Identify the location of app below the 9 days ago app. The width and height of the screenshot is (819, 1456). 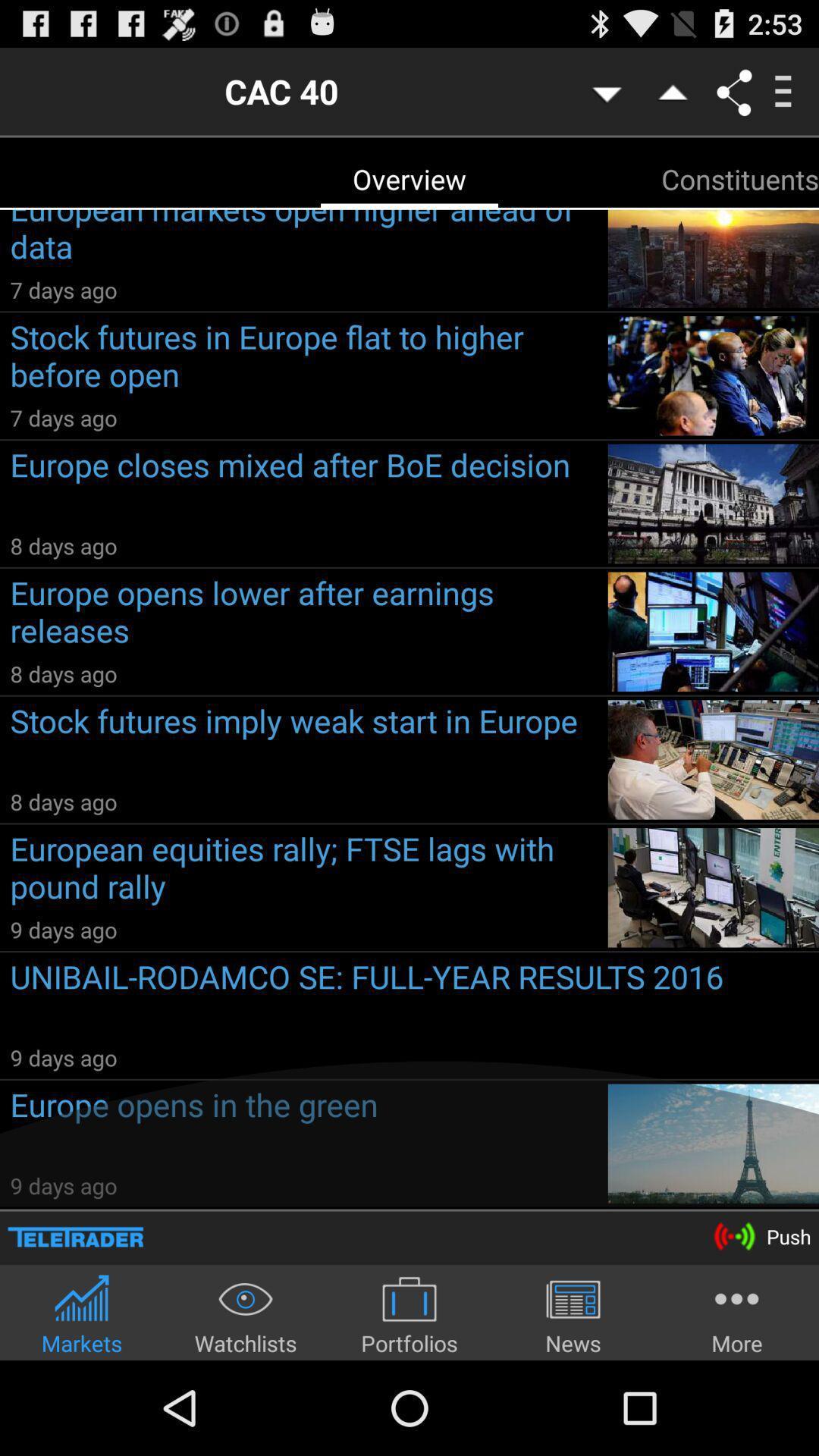
(414, 998).